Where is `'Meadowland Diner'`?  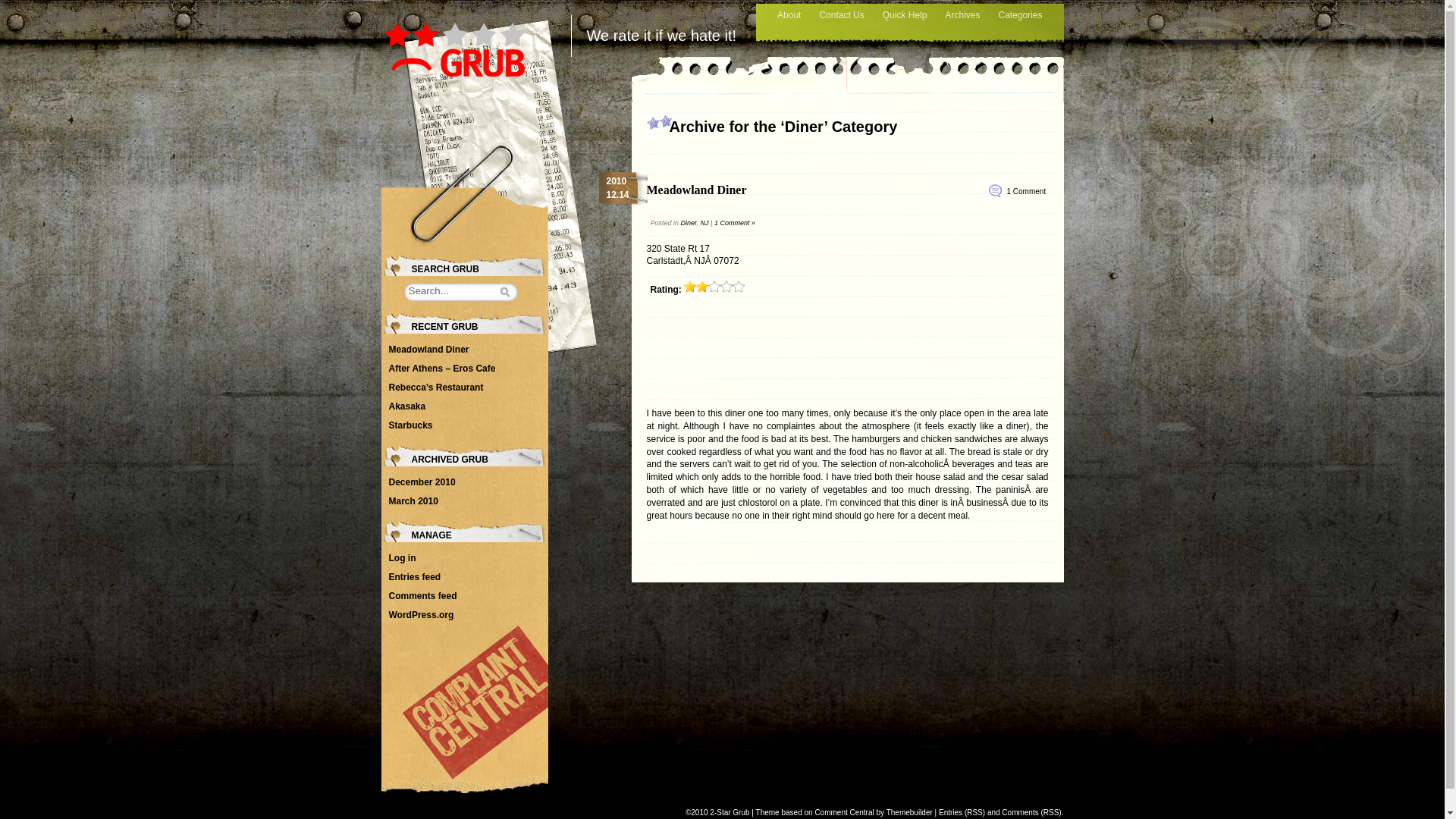
'Meadowland Diner' is located at coordinates (428, 350).